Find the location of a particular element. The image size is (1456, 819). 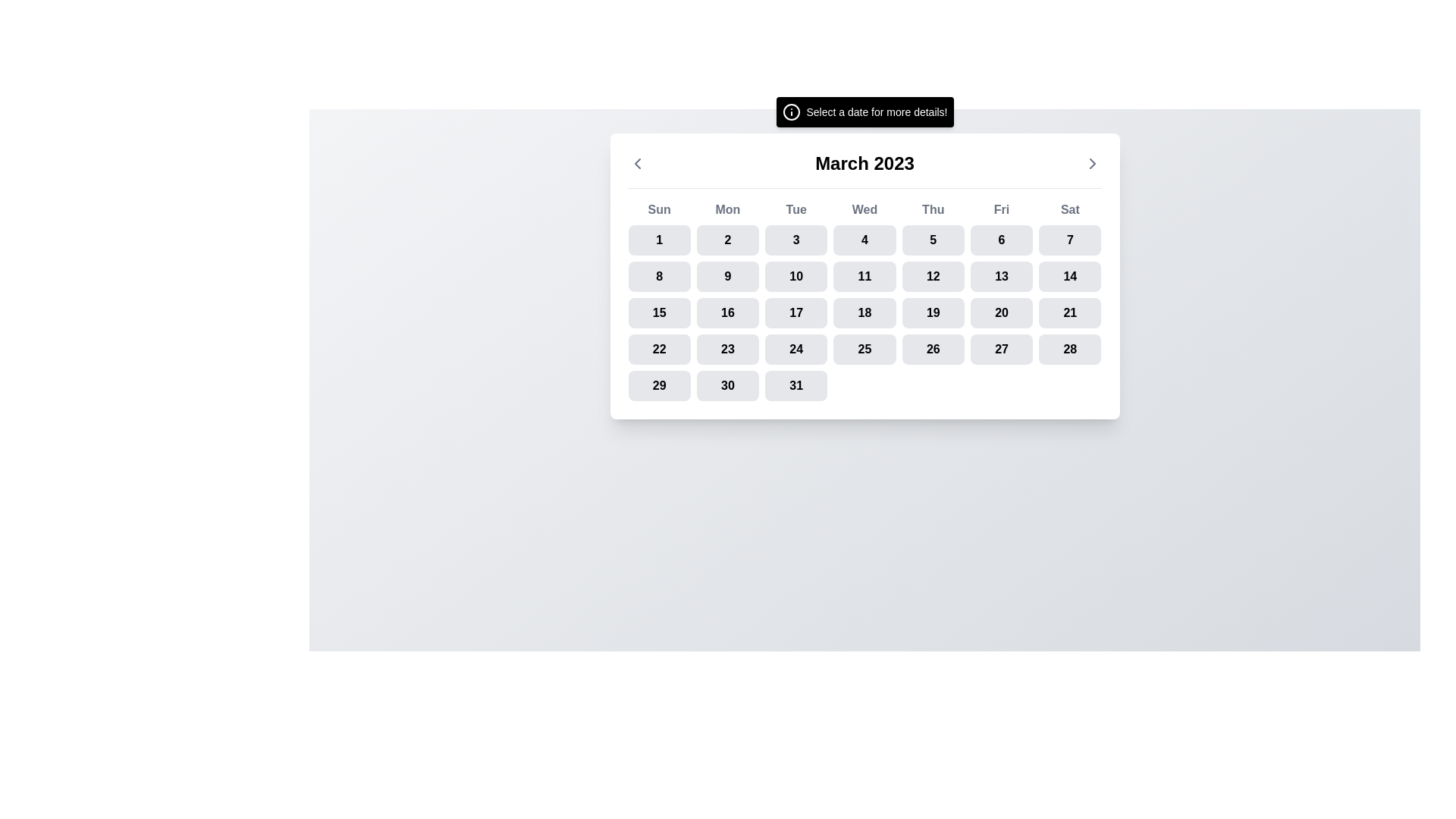

the button representing the 18th date of March 2023 is located at coordinates (864, 312).